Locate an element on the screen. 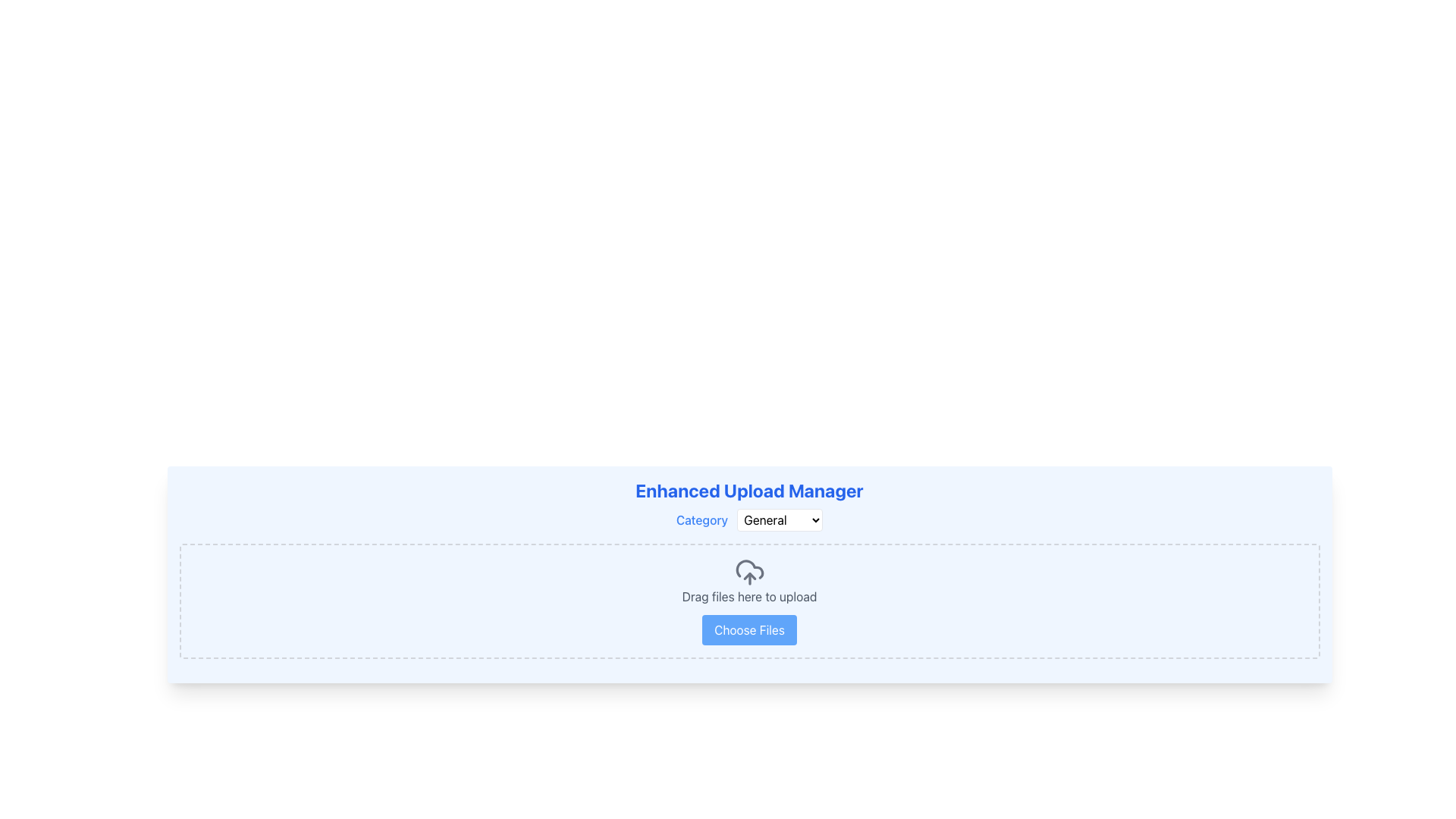 The image size is (1456, 819). the 'General' dropdown menu is located at coordinates (780, 519).